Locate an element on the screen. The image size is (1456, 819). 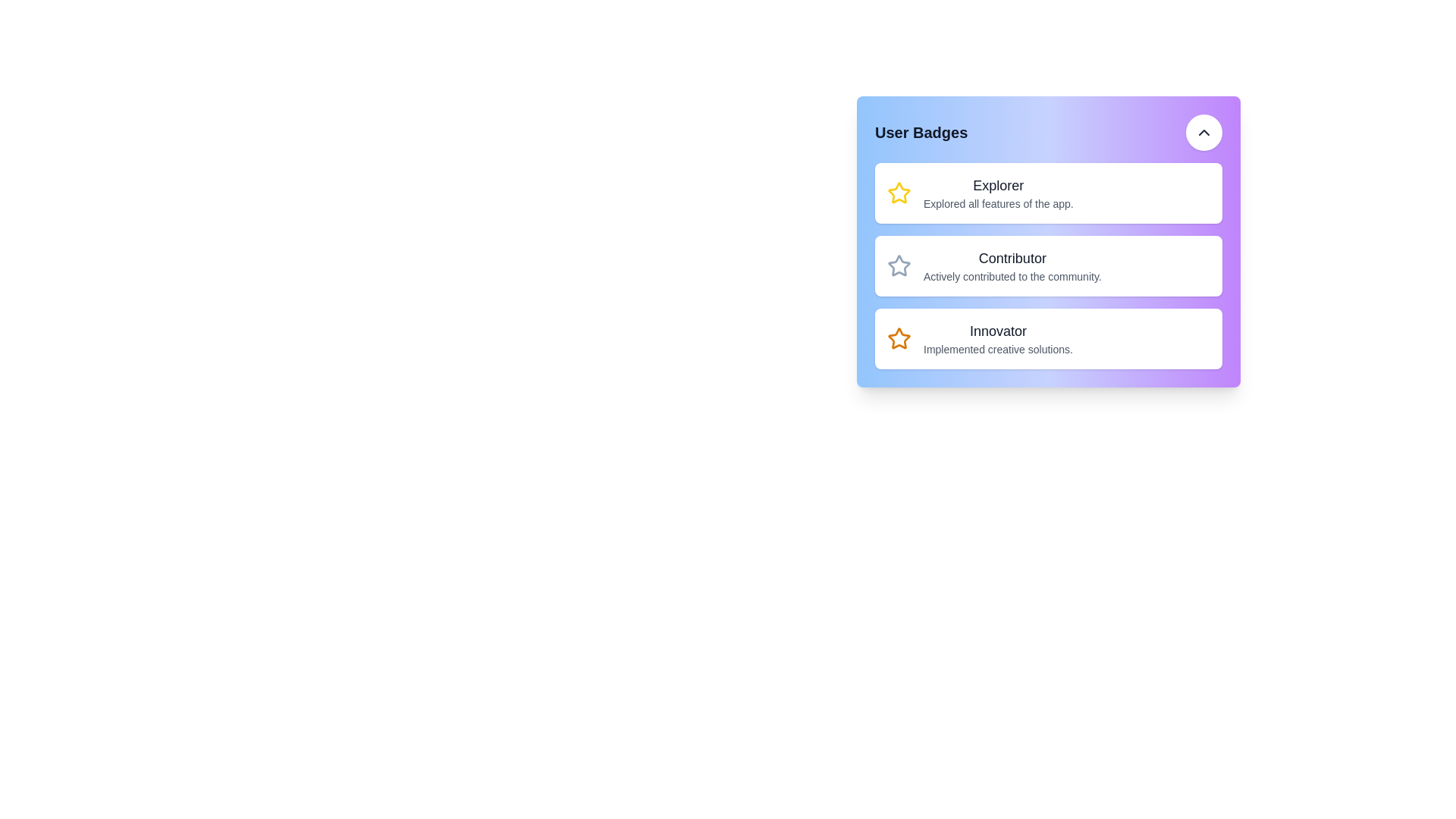
the star-shaped icon with a thin grayish outline located next to the 'Contributor' label is located at coordinates (899, 265).